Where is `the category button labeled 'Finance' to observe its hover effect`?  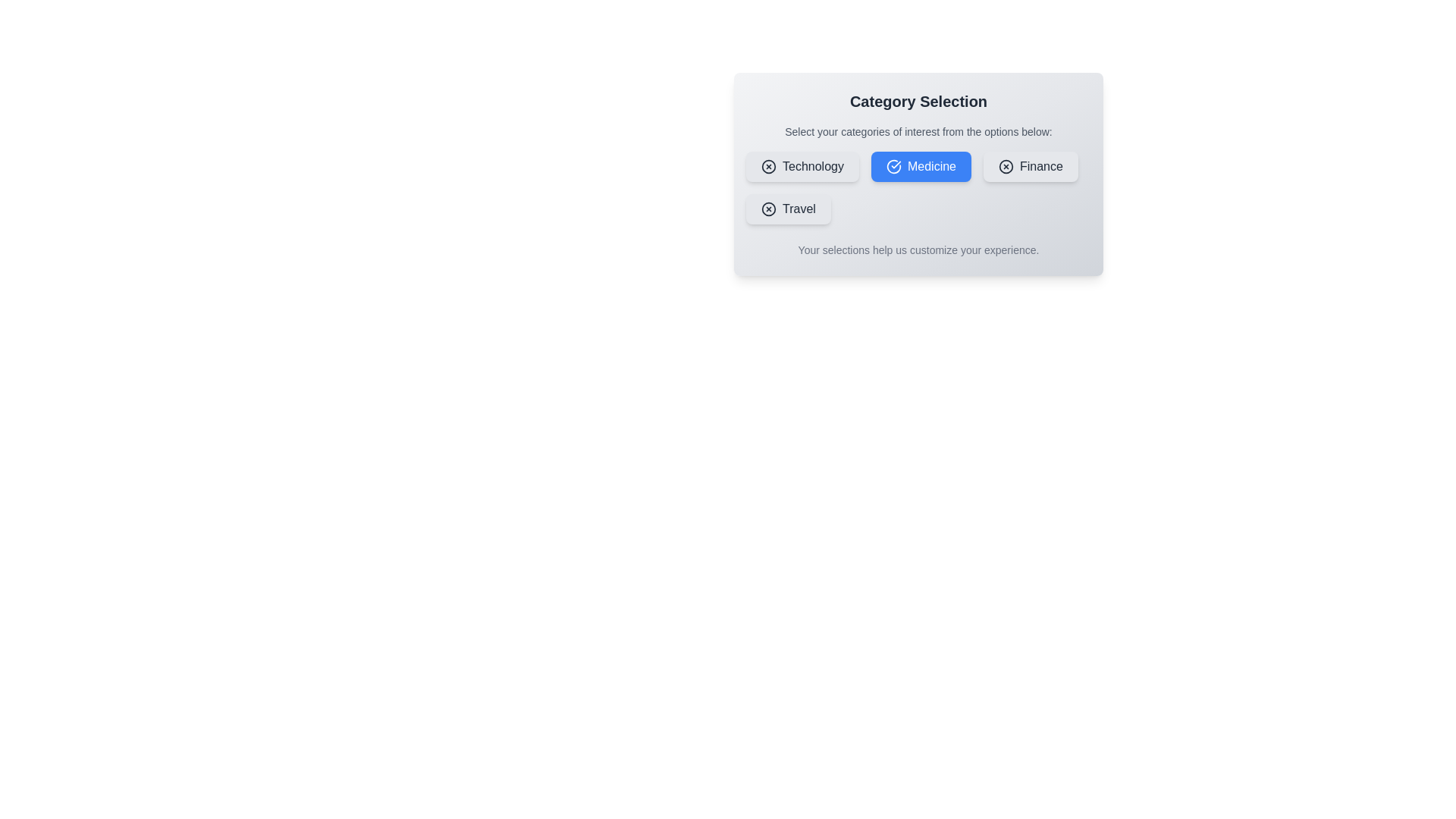 the category button labeled 'Finance' to observe its hover effect is located at coordinates (1030, 166).